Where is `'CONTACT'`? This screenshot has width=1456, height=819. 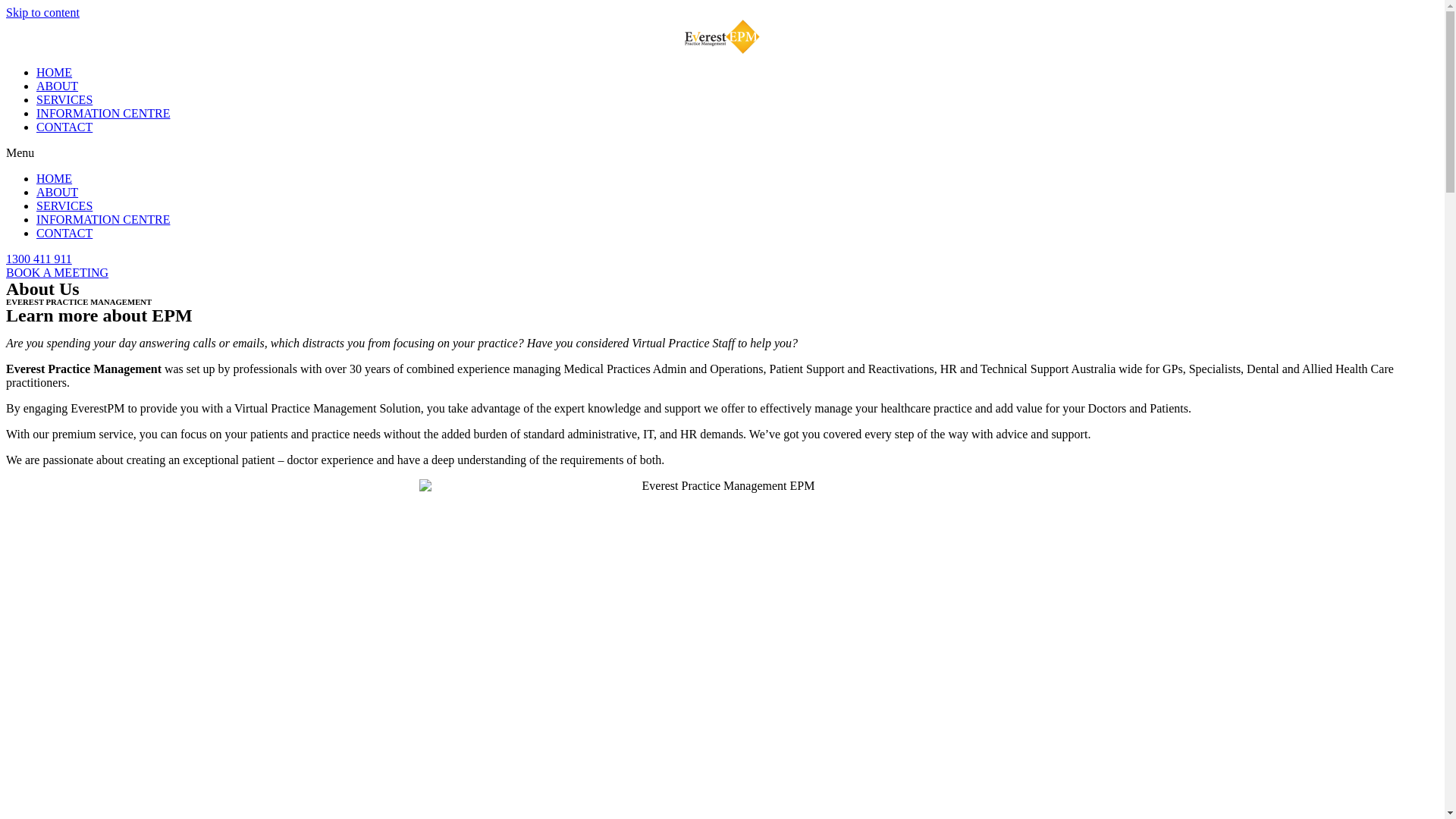 'CONTACT' is located at coordinates (64, 126).